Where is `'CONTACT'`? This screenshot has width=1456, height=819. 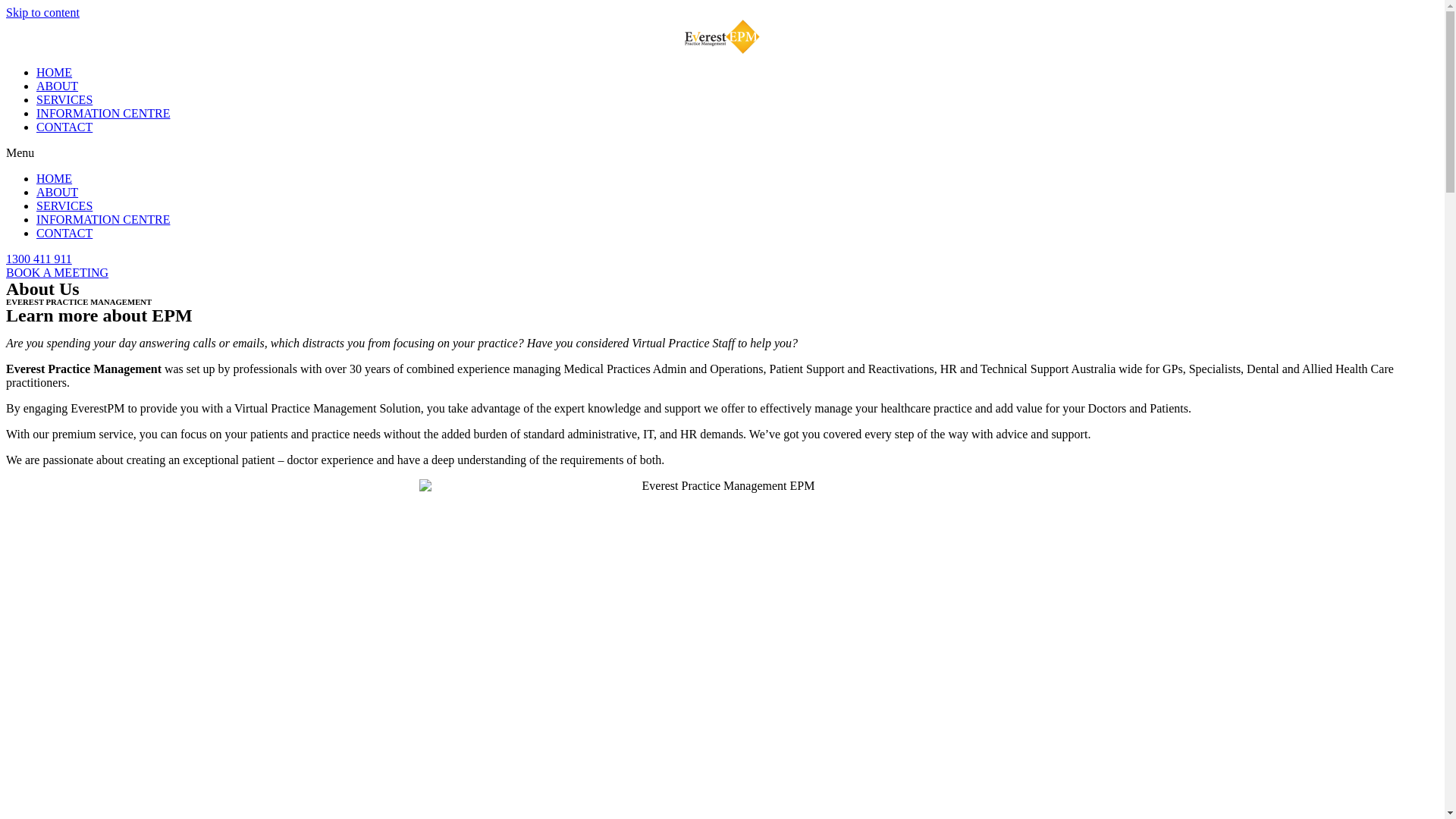 'CONTACT' is located at coordinates (64, 126).